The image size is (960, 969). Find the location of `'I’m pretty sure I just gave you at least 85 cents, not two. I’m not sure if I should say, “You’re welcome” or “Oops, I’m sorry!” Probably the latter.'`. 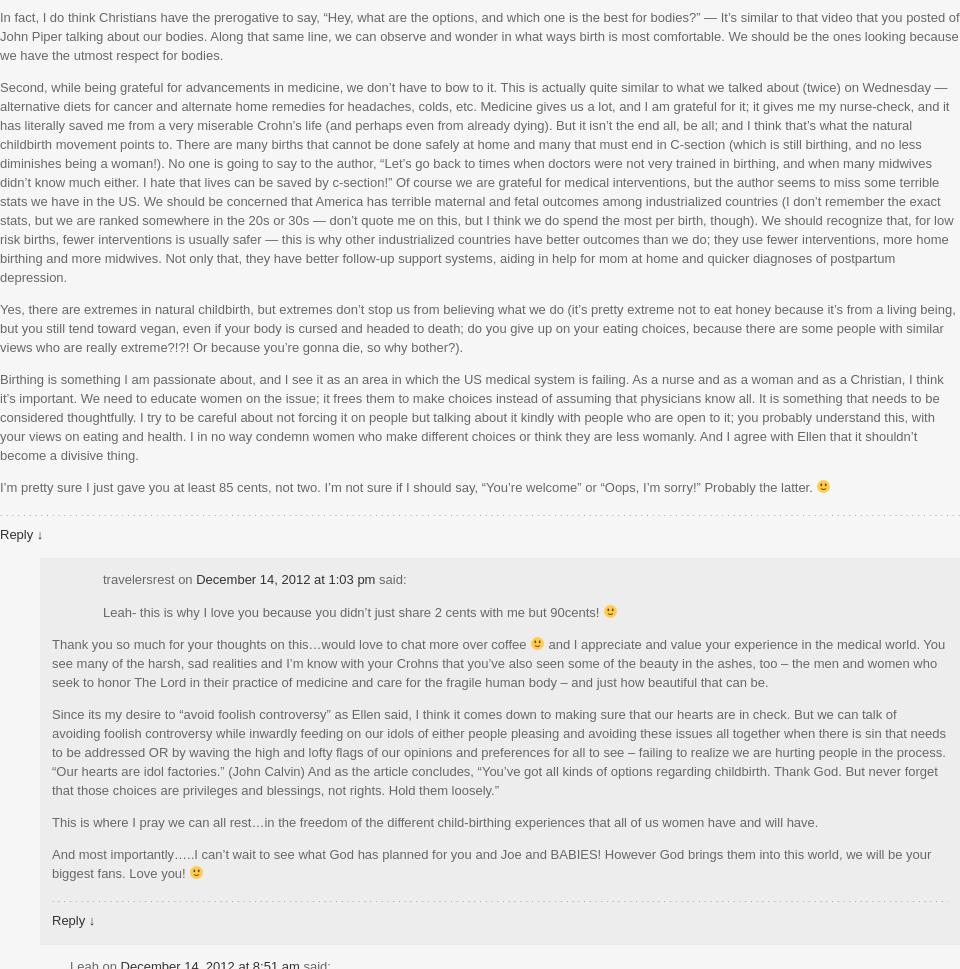

'I’m pretty sure I just gave you at least 85 cents, not two. I’m not sure if I should say, “You’re welcome” or “Oops, I’m sorry!” Probably the latter.' is located at coordinates (407, 485).